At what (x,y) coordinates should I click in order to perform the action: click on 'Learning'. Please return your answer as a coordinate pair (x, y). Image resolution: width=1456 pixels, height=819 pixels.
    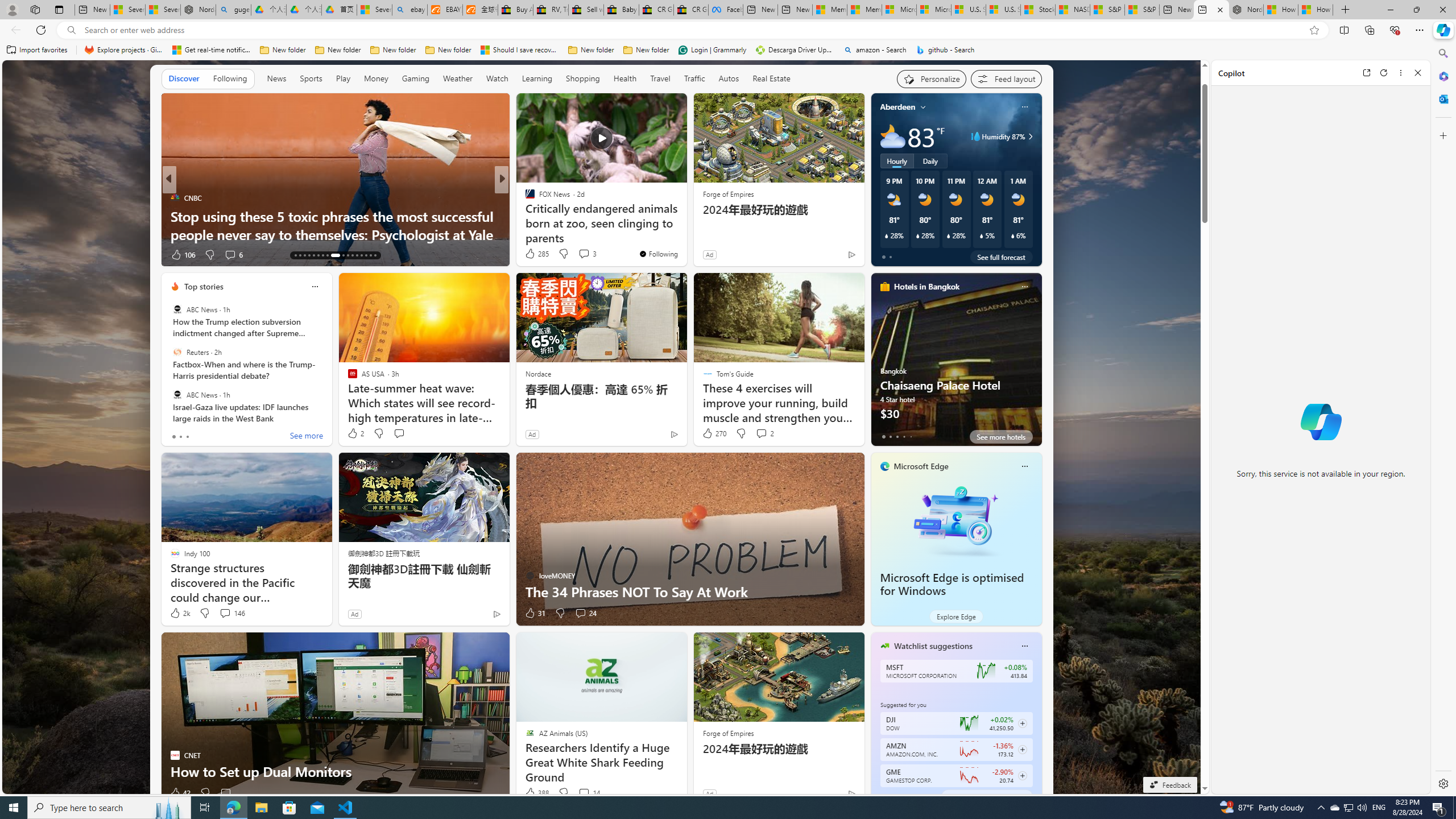
    Looking at the image, I should click on (536, 78).